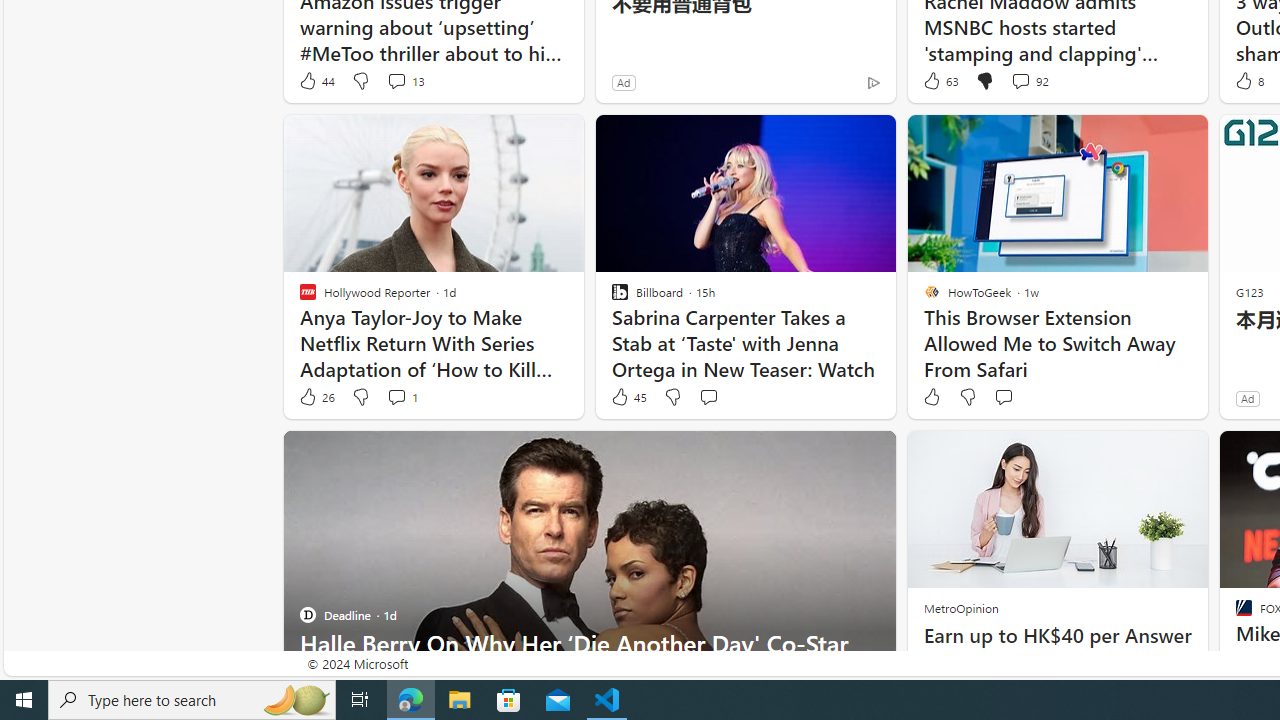  What do you see at coordinates (315, 80) in the screenshot?
I see `'44 Like'` at bounding box center [315, 80].